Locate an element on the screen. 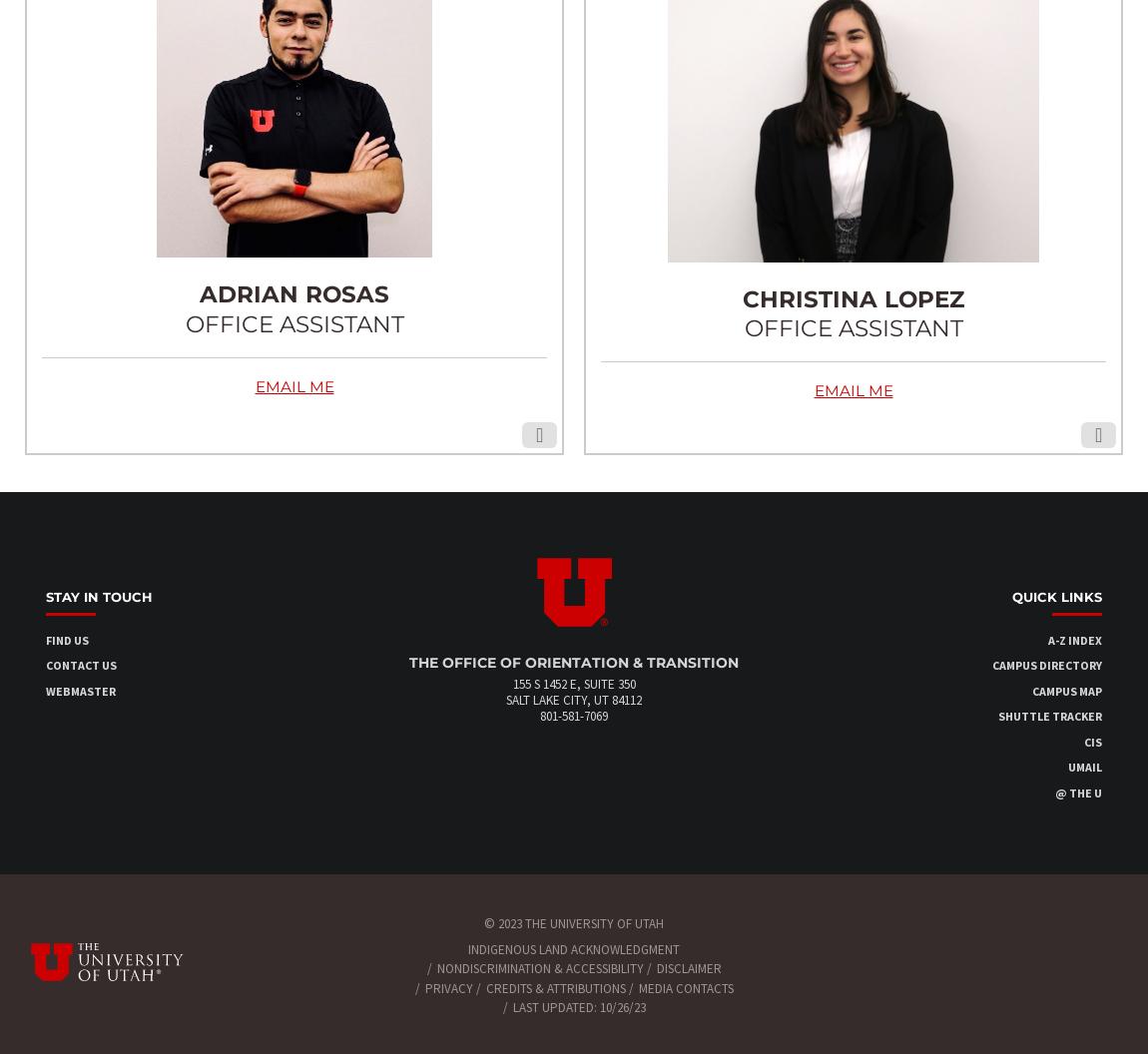 This screenshot has width=1148, height=1054. 'Credits & Attributions' is located at coordinates (555, 987).